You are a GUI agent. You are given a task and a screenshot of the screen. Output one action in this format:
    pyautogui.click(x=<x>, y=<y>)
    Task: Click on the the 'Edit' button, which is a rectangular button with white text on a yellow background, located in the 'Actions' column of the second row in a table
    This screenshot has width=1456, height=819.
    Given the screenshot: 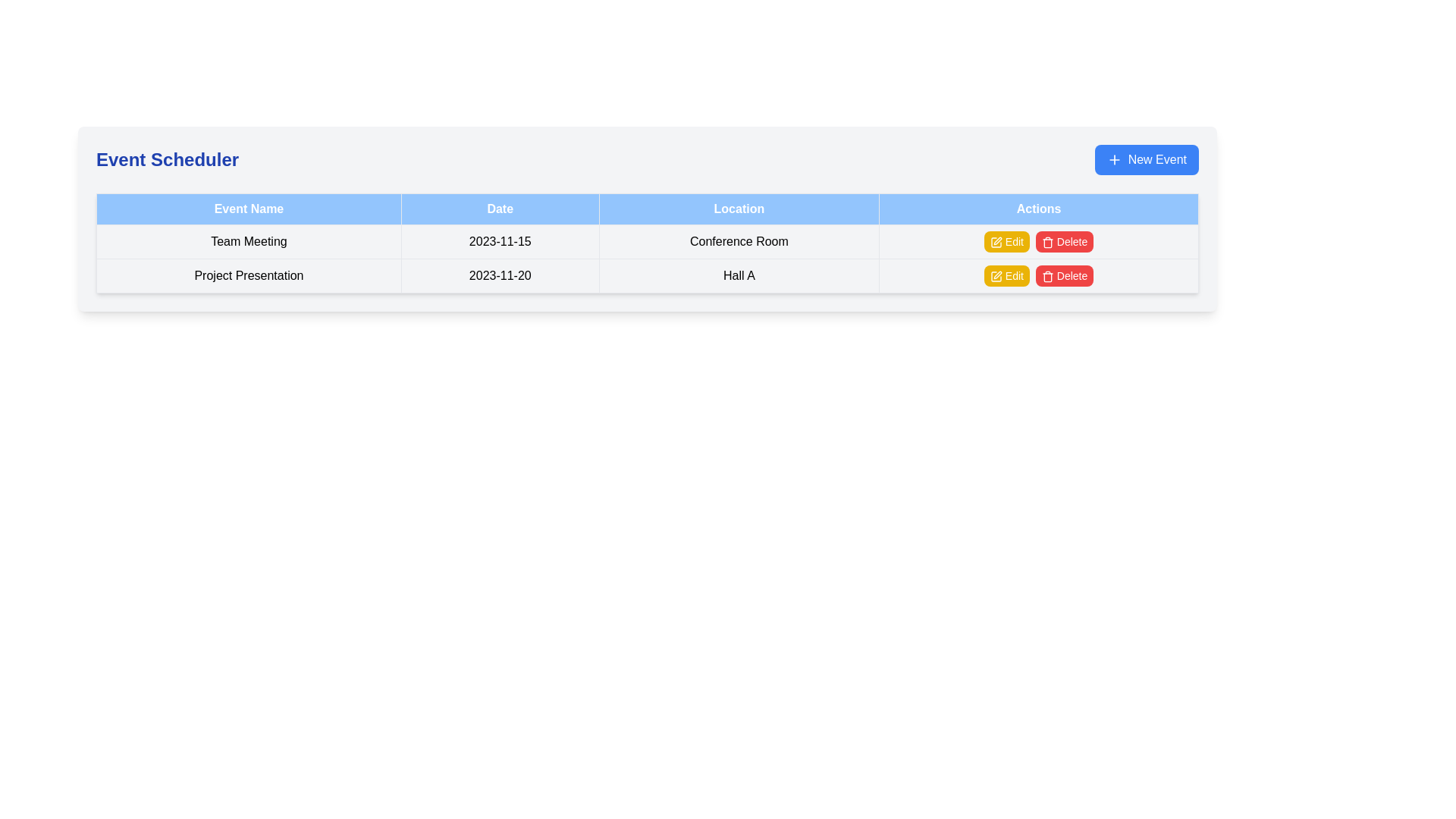 What is the action you would take?
    pyautogui.click(x=1006, y=275)
    